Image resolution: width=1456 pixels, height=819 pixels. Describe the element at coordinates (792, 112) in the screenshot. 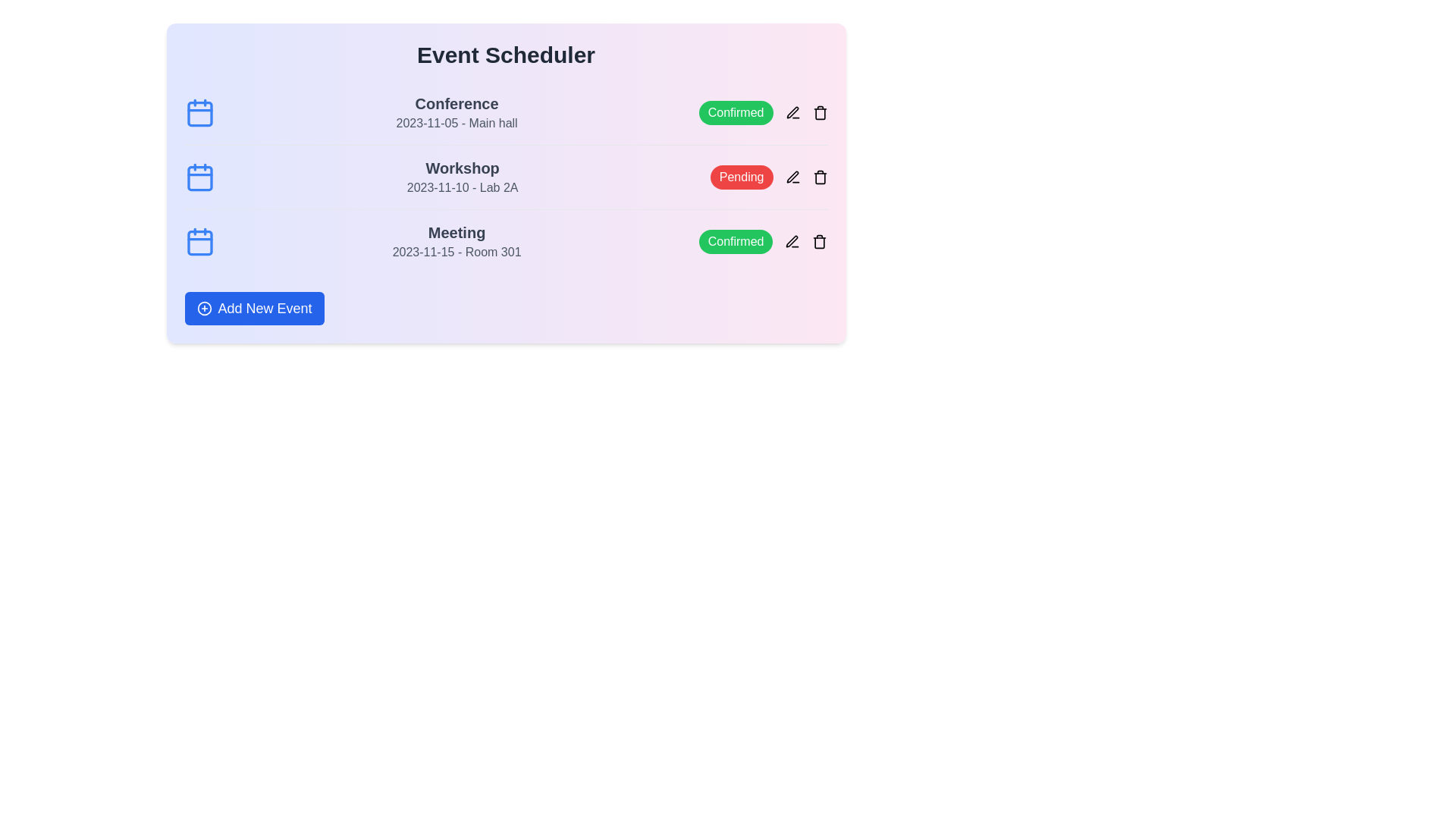

I see `the black pen icon located on the right side of the 'Conference' row in the 'Event Scheduler' section, which changes text color to yellow upon hover` at that location.